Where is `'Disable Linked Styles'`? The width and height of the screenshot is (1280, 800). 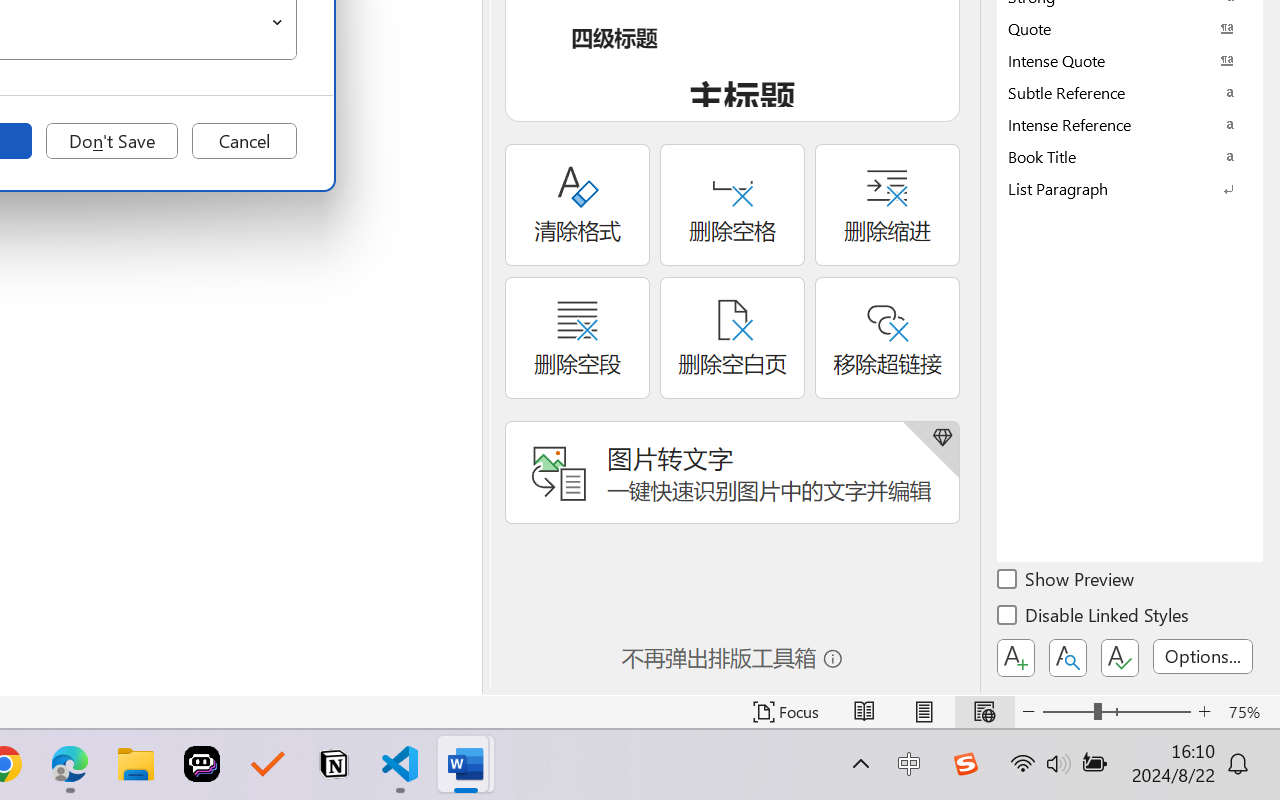 'Disable Linked Styles' is located at coordinates (1094, 618).